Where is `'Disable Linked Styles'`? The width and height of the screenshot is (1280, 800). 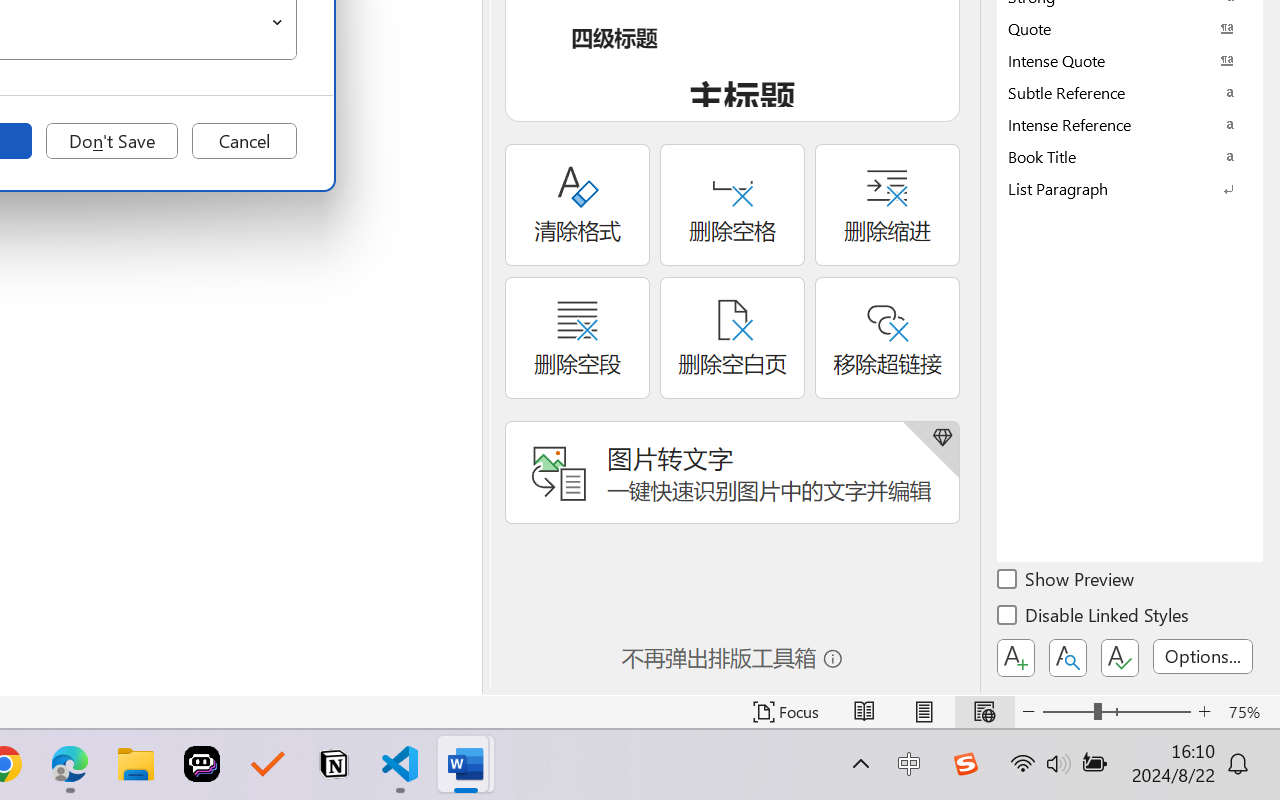 'Disable Linked Styles' is located at coordinates (1094, 618).